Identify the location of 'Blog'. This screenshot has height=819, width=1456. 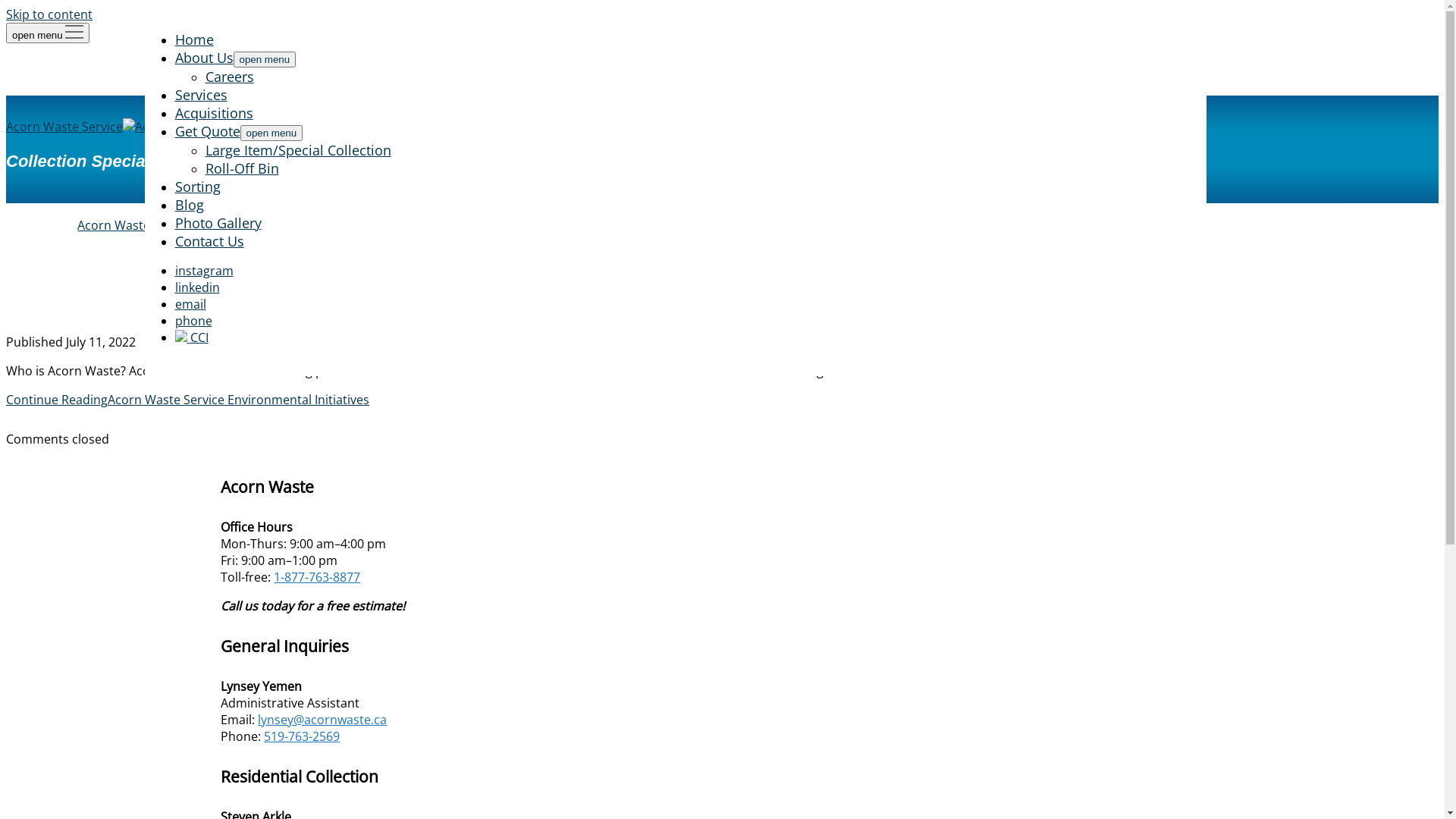
(188, 205).